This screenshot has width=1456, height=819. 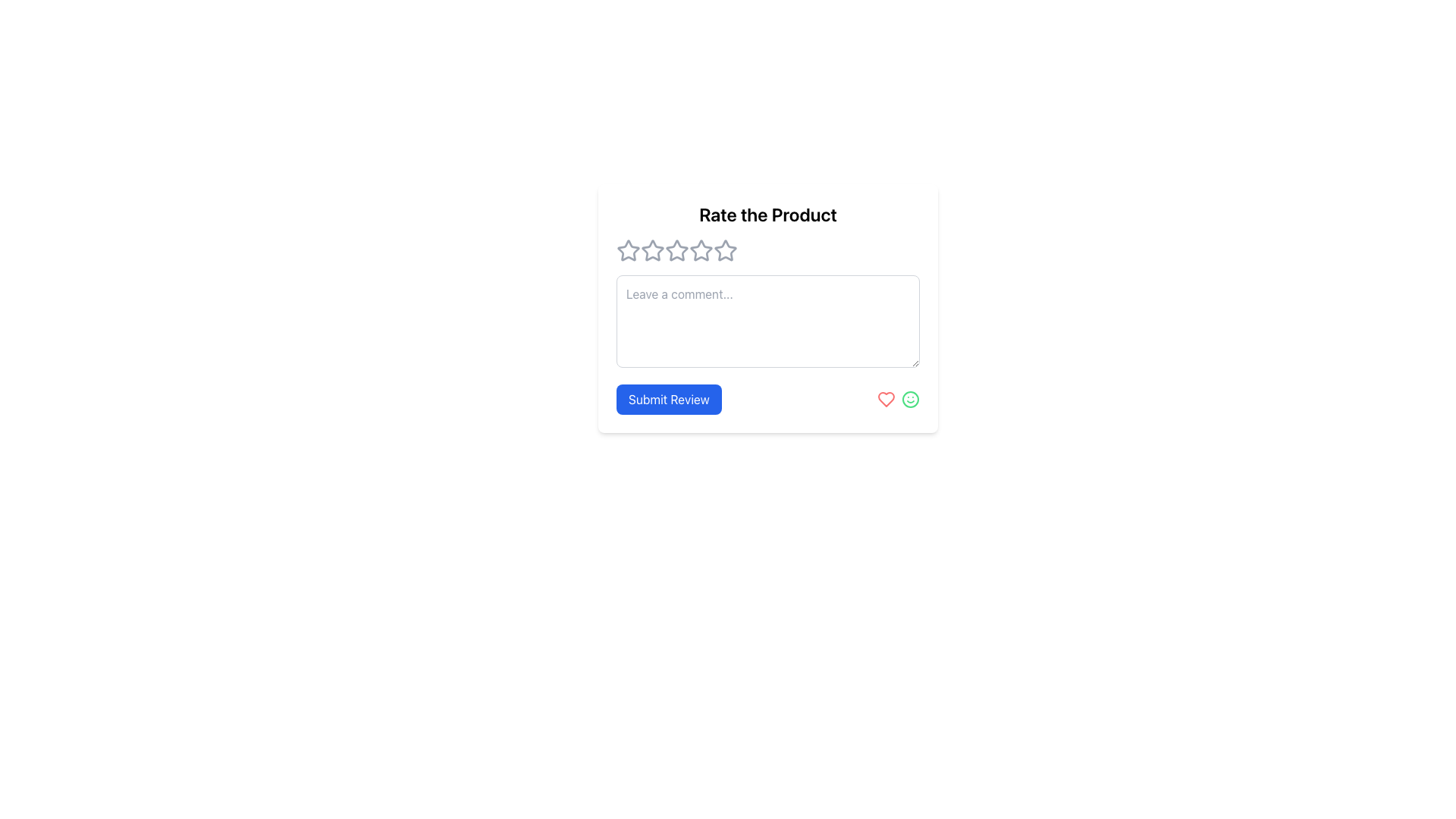 I want to click on the second star icon, which is gray and unselected, to set the rating to 2, so click(x=676, y=249).